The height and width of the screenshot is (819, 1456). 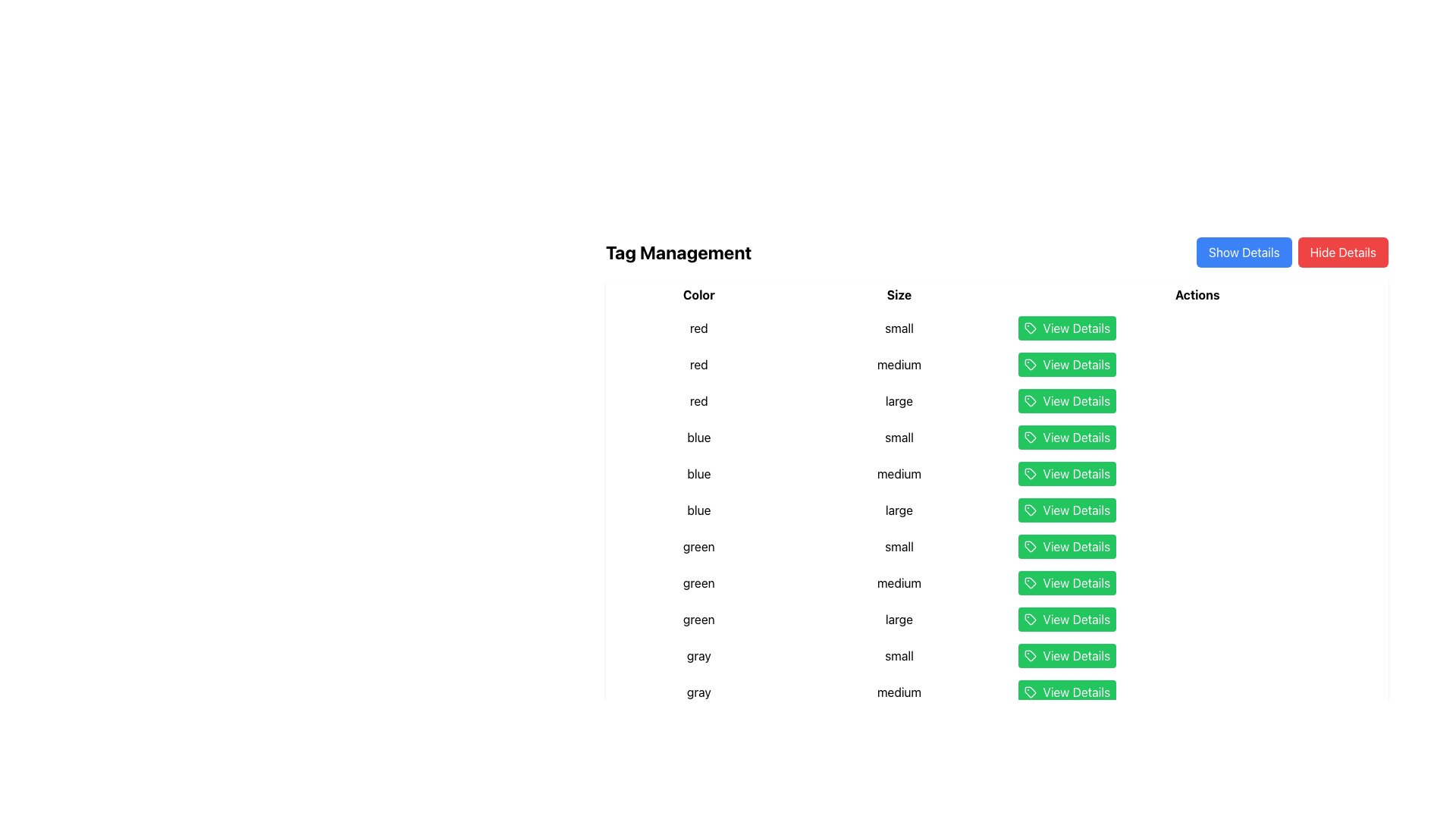 What do you see at coordinates (997, 654) in the screenshot?
I see `the 'View Details' button in the 10th row of the table, which displays 'gray small View Details' in black on a white background` at bounding box center [997, 654].